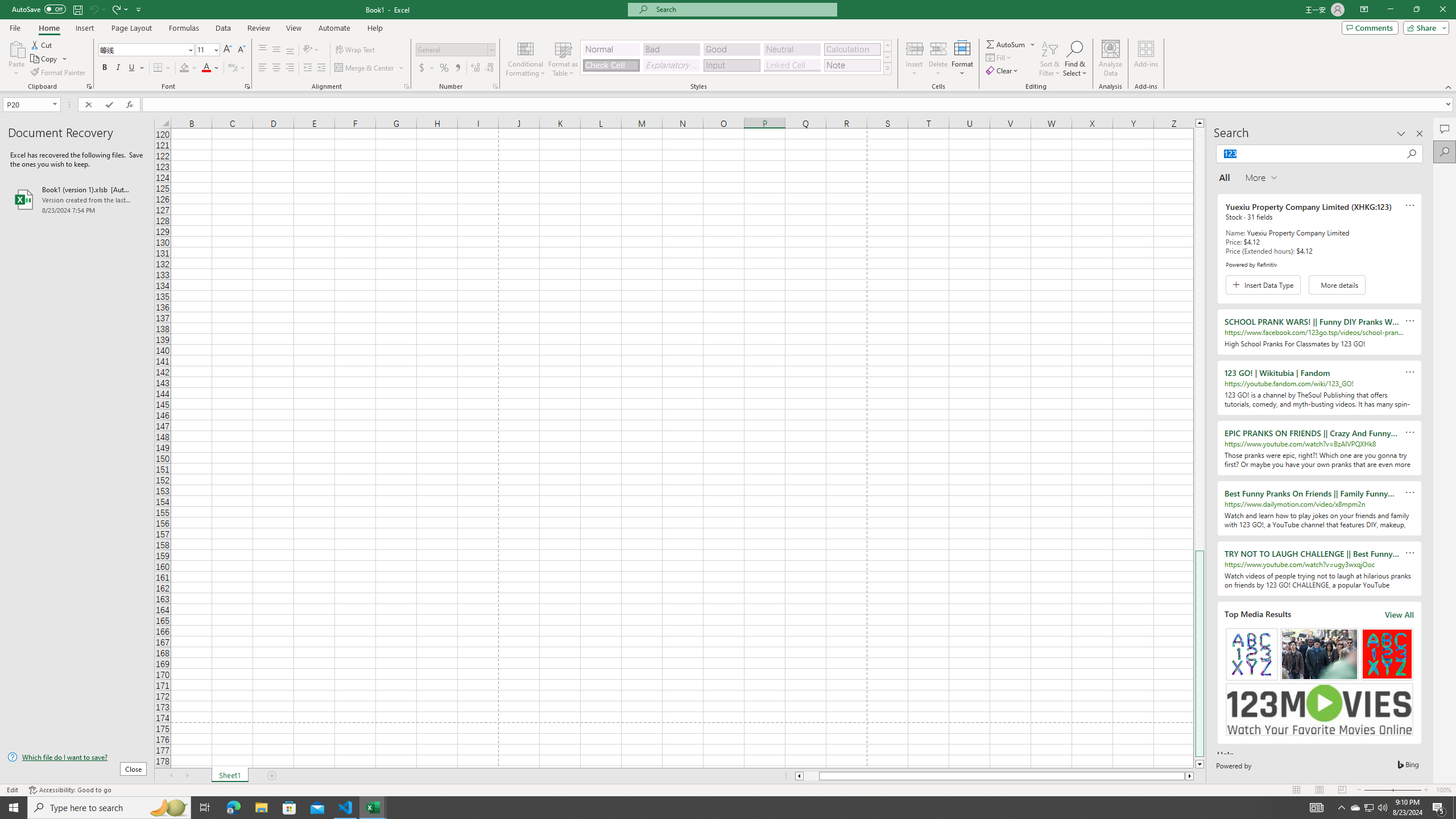 The width and height of the screenshot is (1456, 819). Describe the element at coordinates (791, 49) in the screenshot. I see `'Neutral'` at that location.